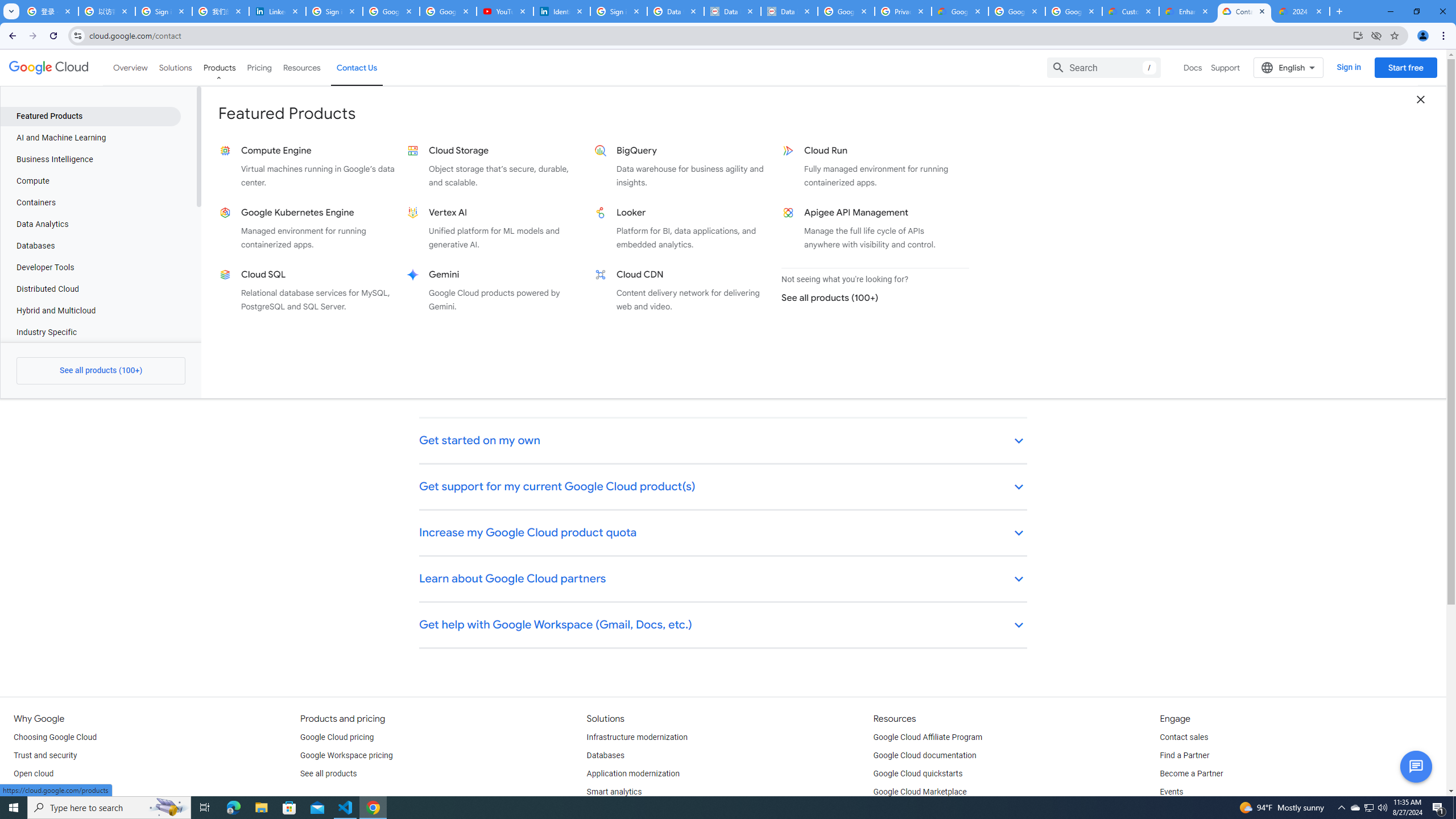 The height and width of the screenshot is (819, 1456). What do you see at coordinates (90, 159) in the screenshot?
I see `'Business Intelligence'` at bounding box center [90, 159].